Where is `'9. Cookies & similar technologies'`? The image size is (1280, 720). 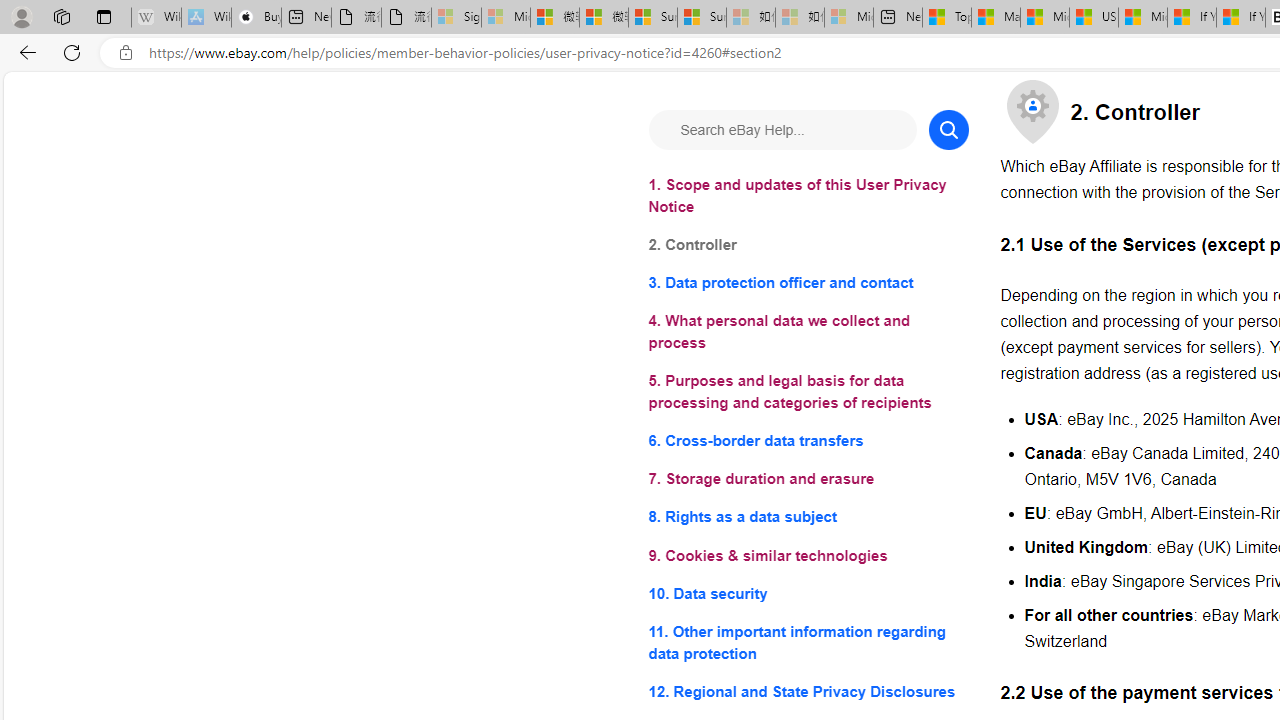
'9. Cookies & similar technologies' is located at coordinates (808, 555).